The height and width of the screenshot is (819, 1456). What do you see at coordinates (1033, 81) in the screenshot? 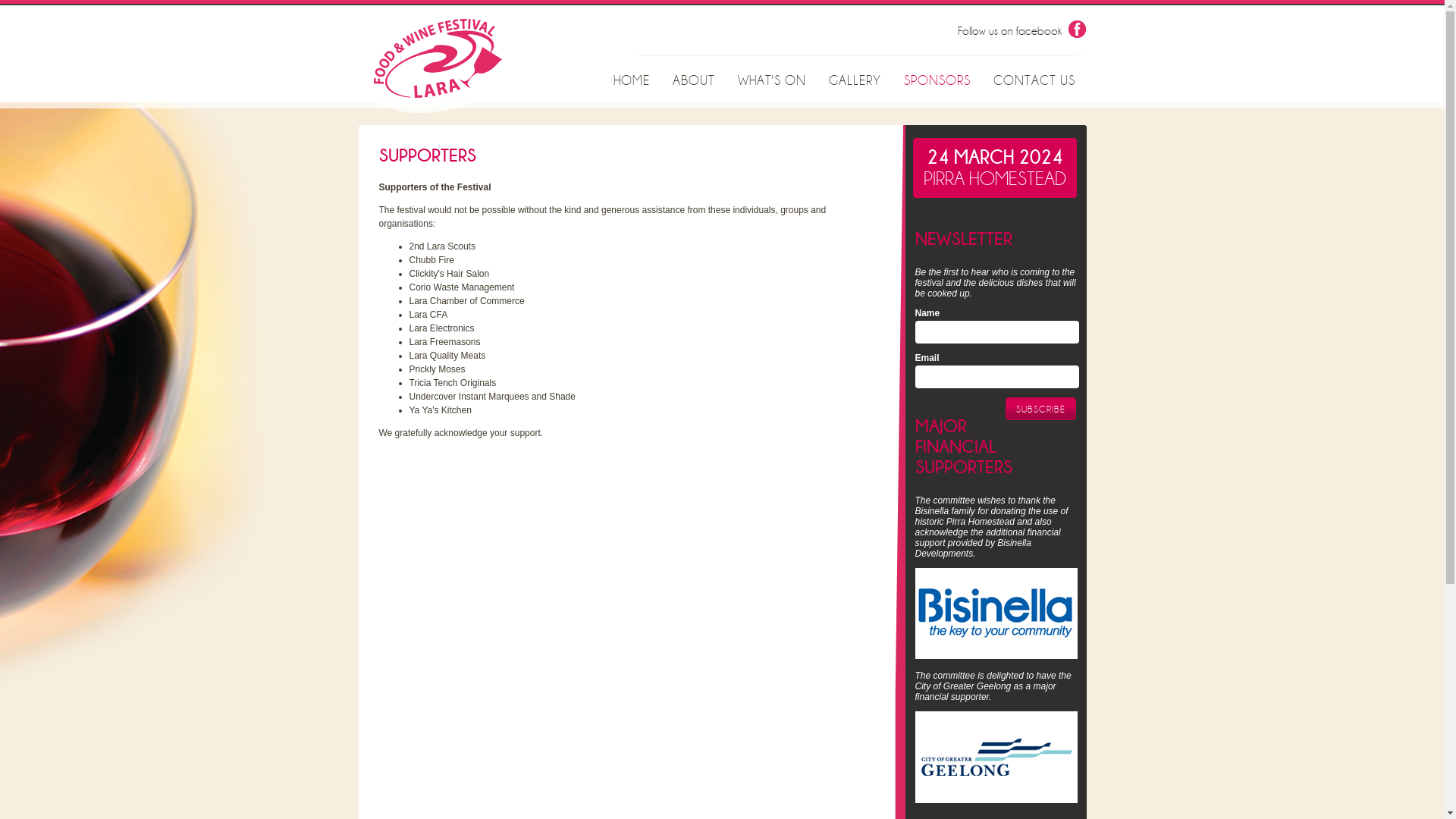
I see `'CONTACT US'` at bounding box center [1033, 81].